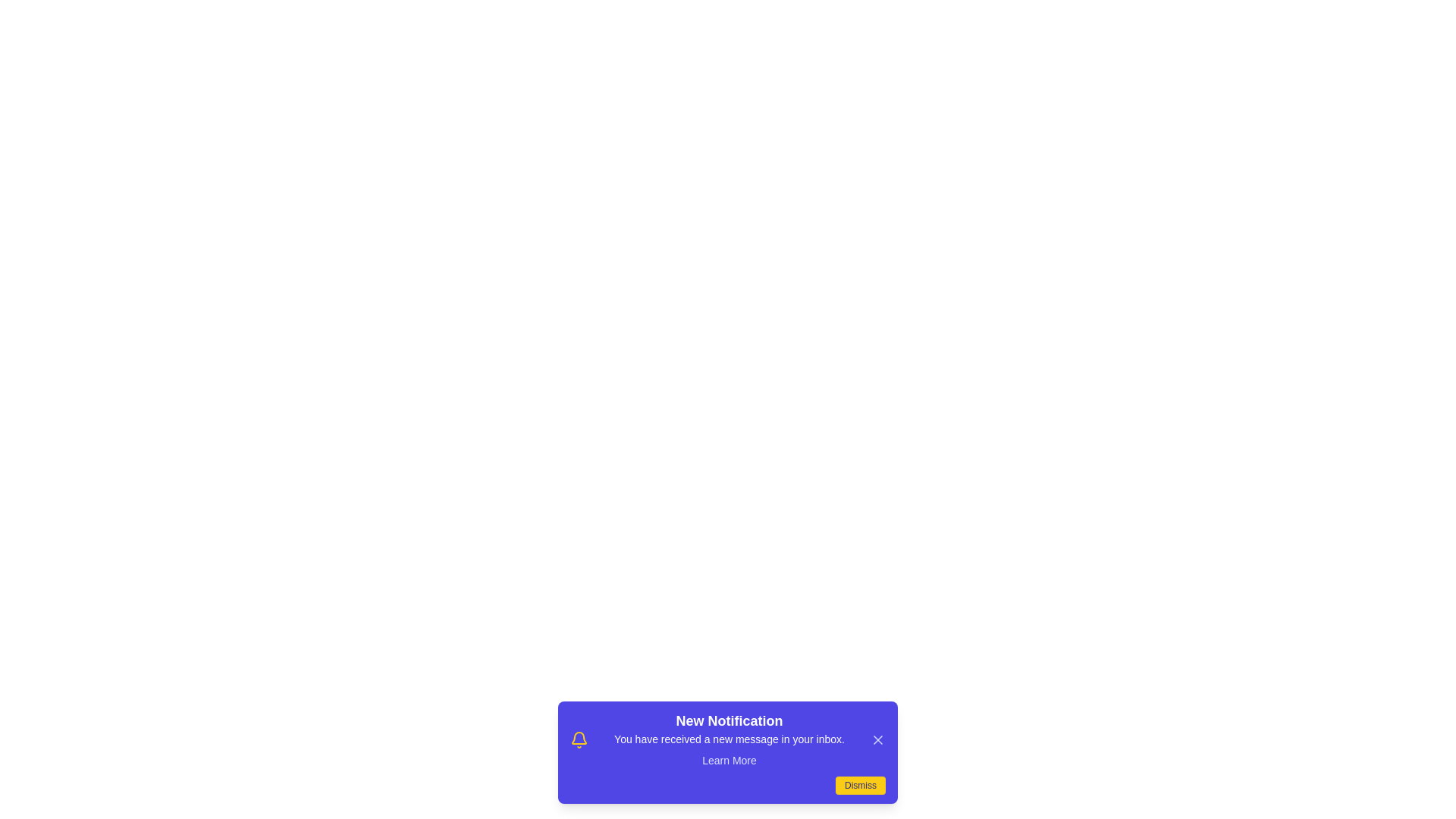 Image resolution: width=1456 pixels, height=819 pixels. Describe the element at coordinates (860, 785) in the screenshot. I see `the 'Dismiss' button to hide the notification` at that location.